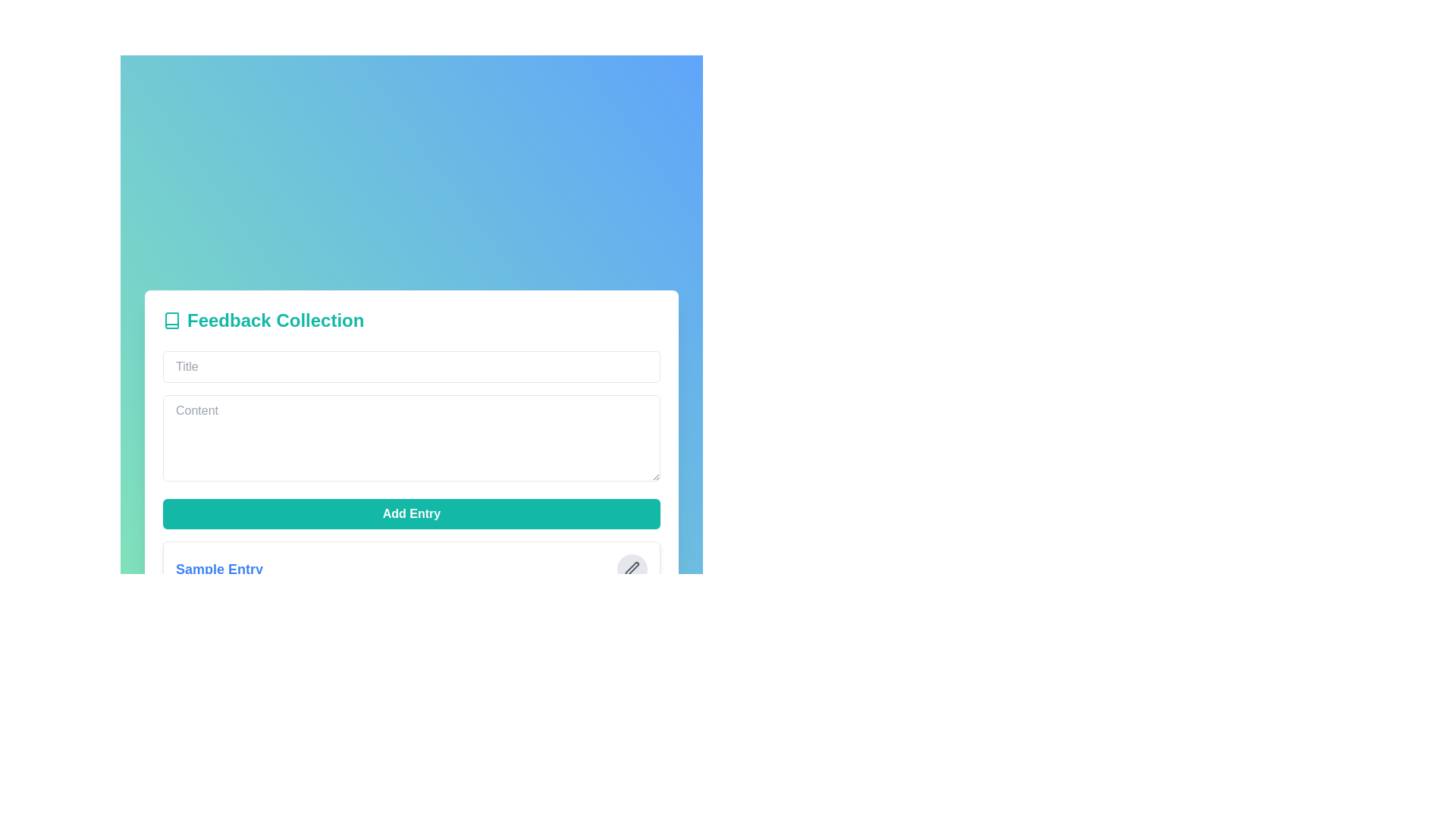 This screenshot has width=1456, height=819. I want to click on the pen tool icon, which has a thin gray outline and is located in the bottom-right corner of the form interface, so click(632, 568).